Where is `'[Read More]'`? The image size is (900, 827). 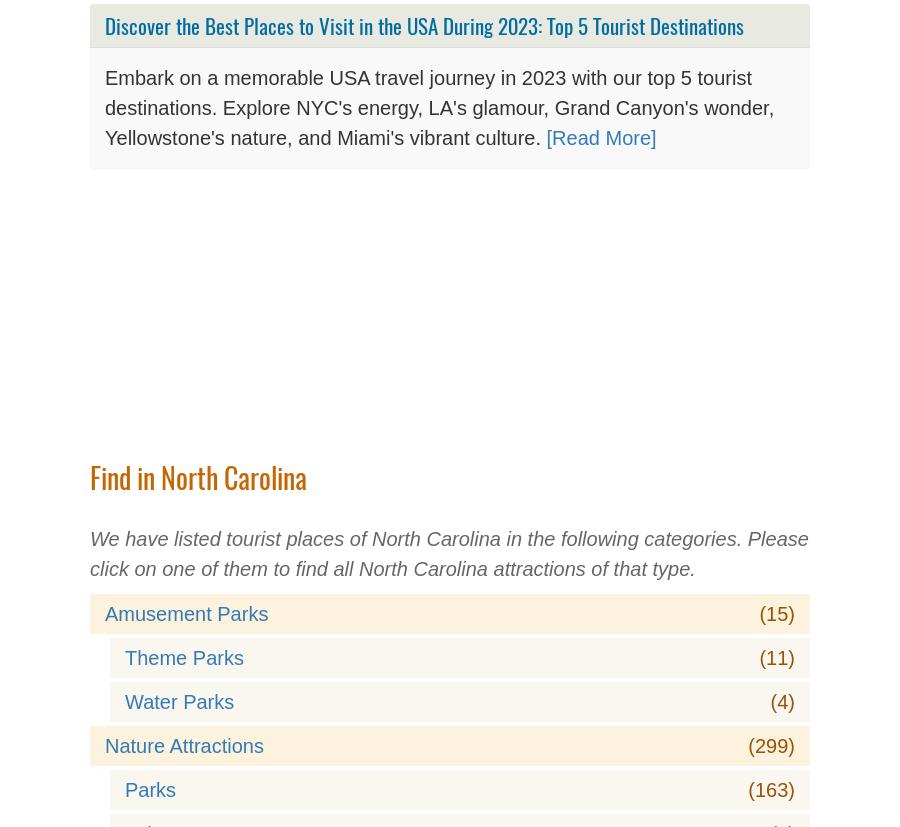 '[Read More]' is located at coordinates (601, 138).